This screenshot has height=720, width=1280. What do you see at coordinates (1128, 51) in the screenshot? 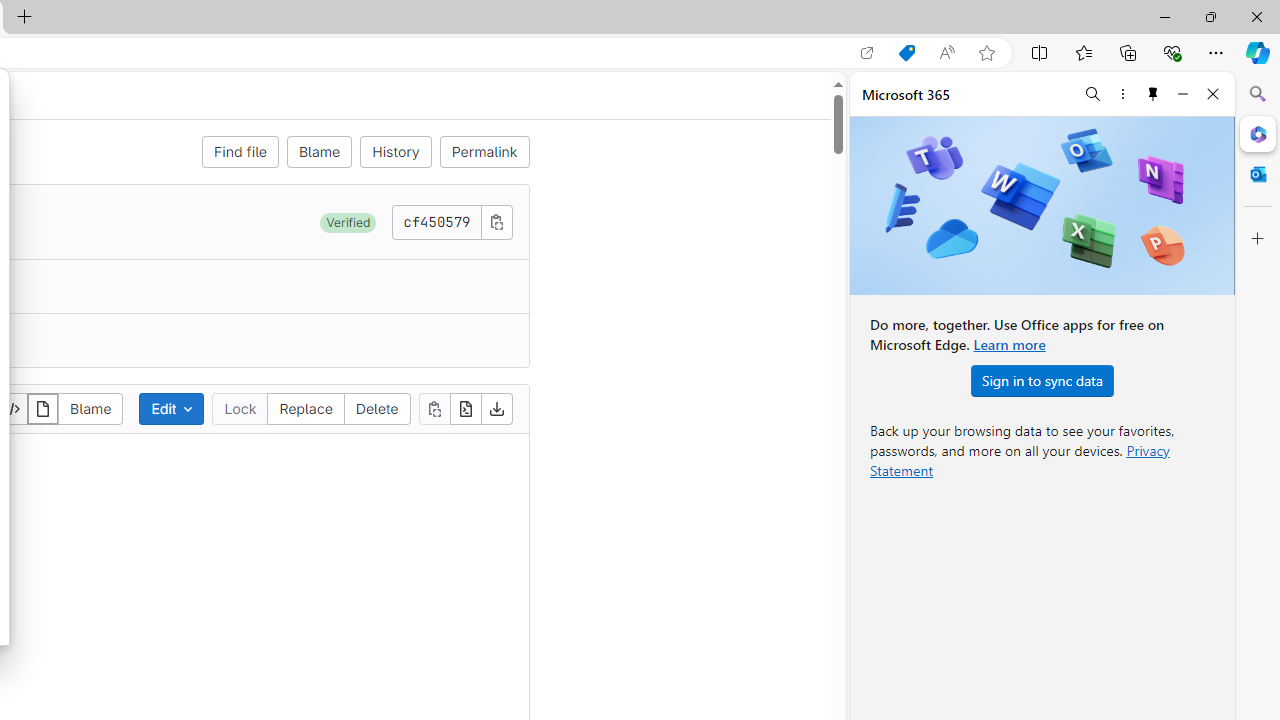
I see `'Collections'` at bounding box center [1128, 51].